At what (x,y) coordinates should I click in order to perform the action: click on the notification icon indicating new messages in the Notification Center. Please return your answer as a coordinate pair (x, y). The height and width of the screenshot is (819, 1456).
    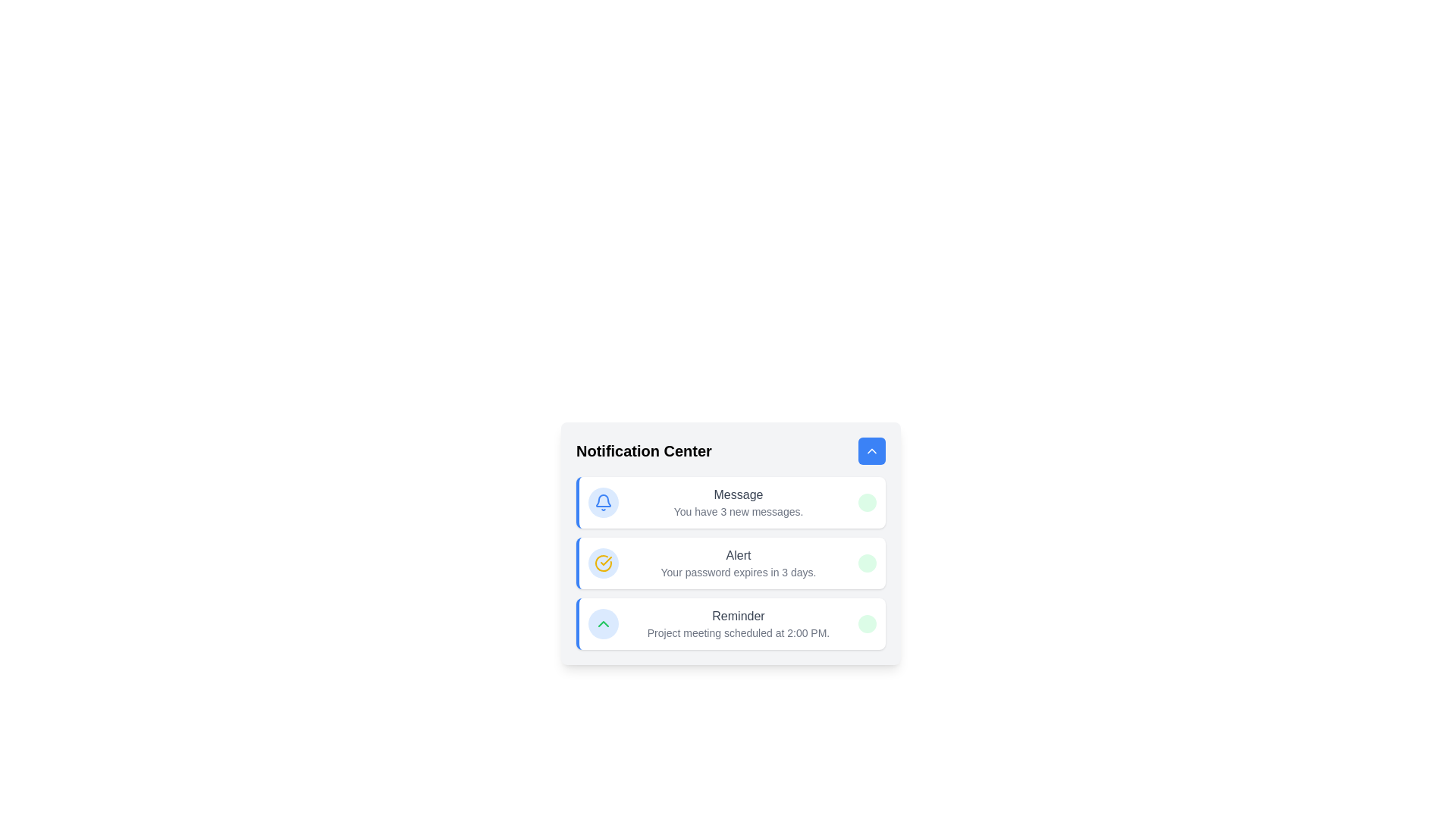
    Looking at the image, I should click on (603, 503).